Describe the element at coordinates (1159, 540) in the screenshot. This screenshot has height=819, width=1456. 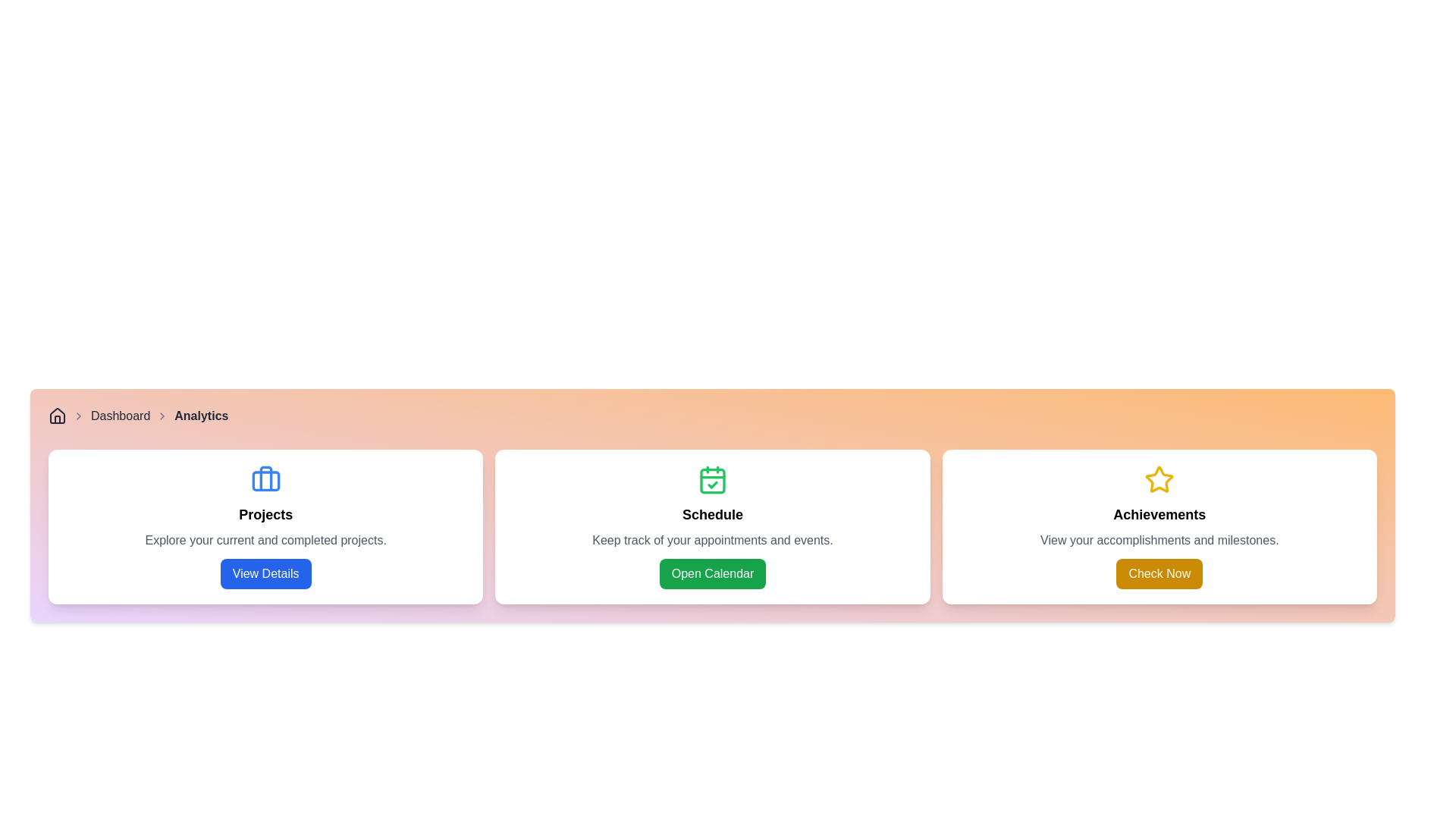
I see `the static text that provides context for the 'Achievements' section, located beneath the 'Achievements' title and above the yellow 'Check Now' button` at that location.